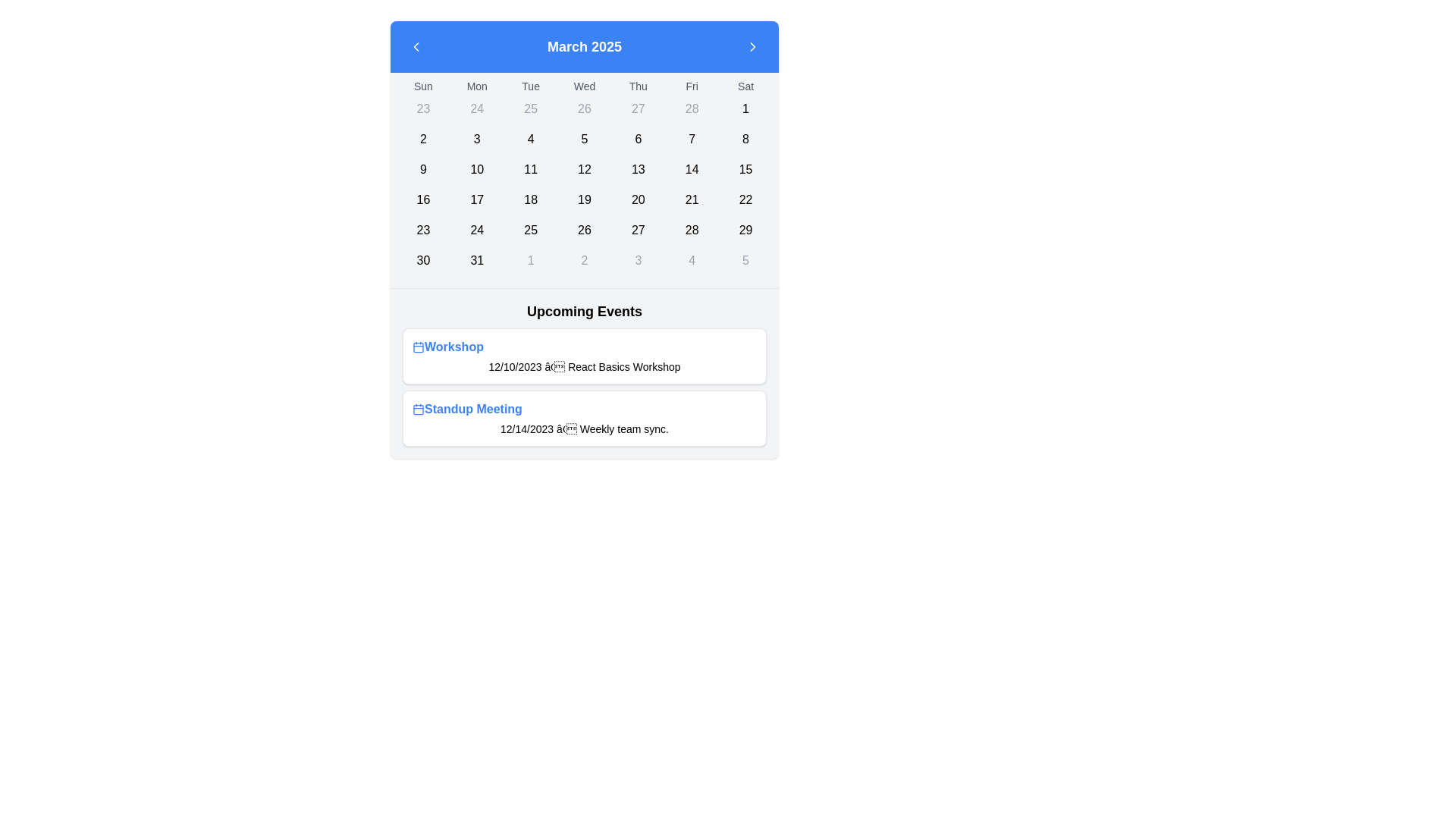 Image resolution: width=1456 pixels, height=819 pixels. What do you see at coordinates (584, 108) in the screenshot?
I see `the calendar day cell displaying the number '26' in light gray` at bounding box center [584, 108].